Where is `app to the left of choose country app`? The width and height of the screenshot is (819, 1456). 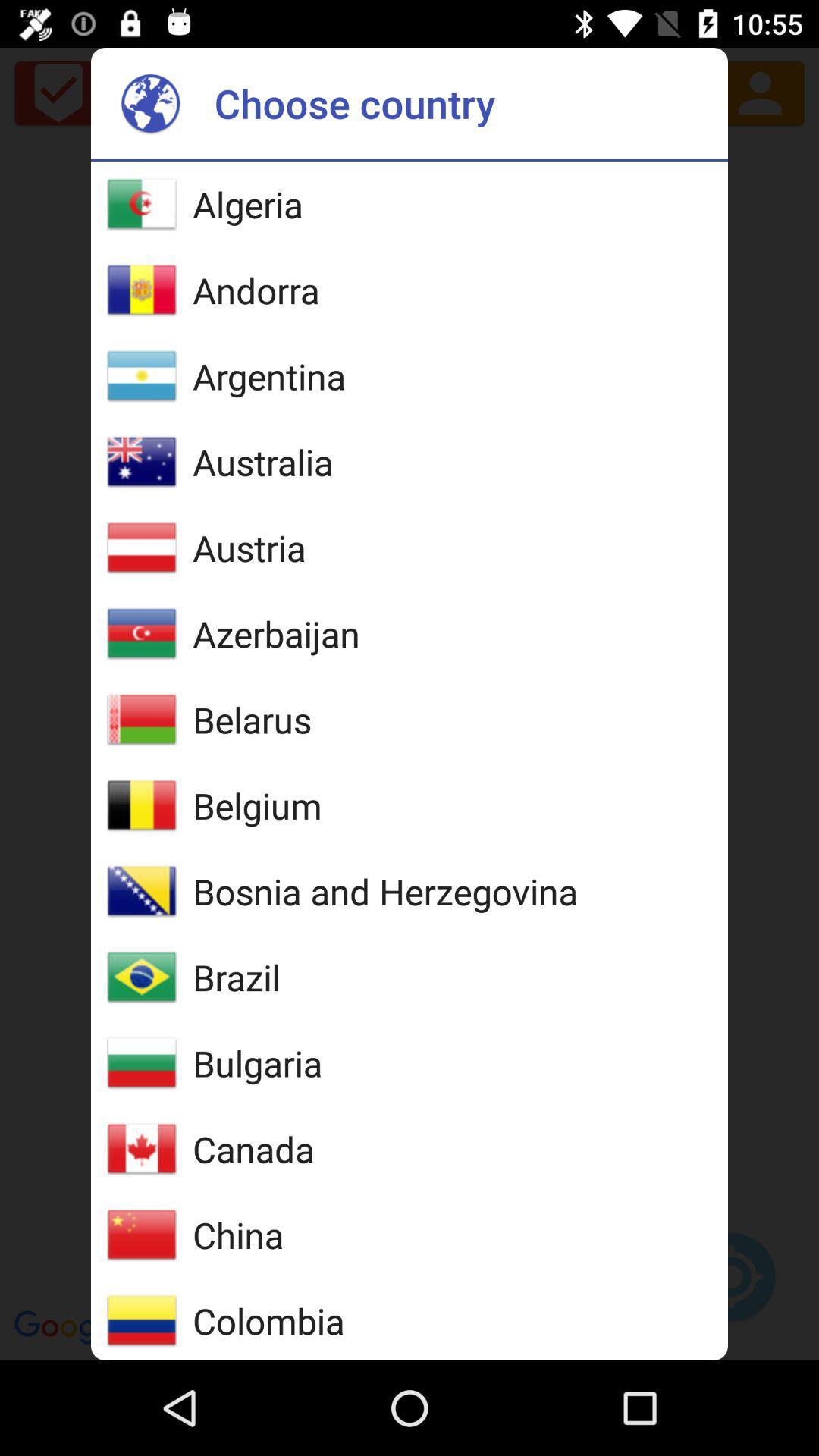
app to the left of choose country app is located at coordinates (150, 102).